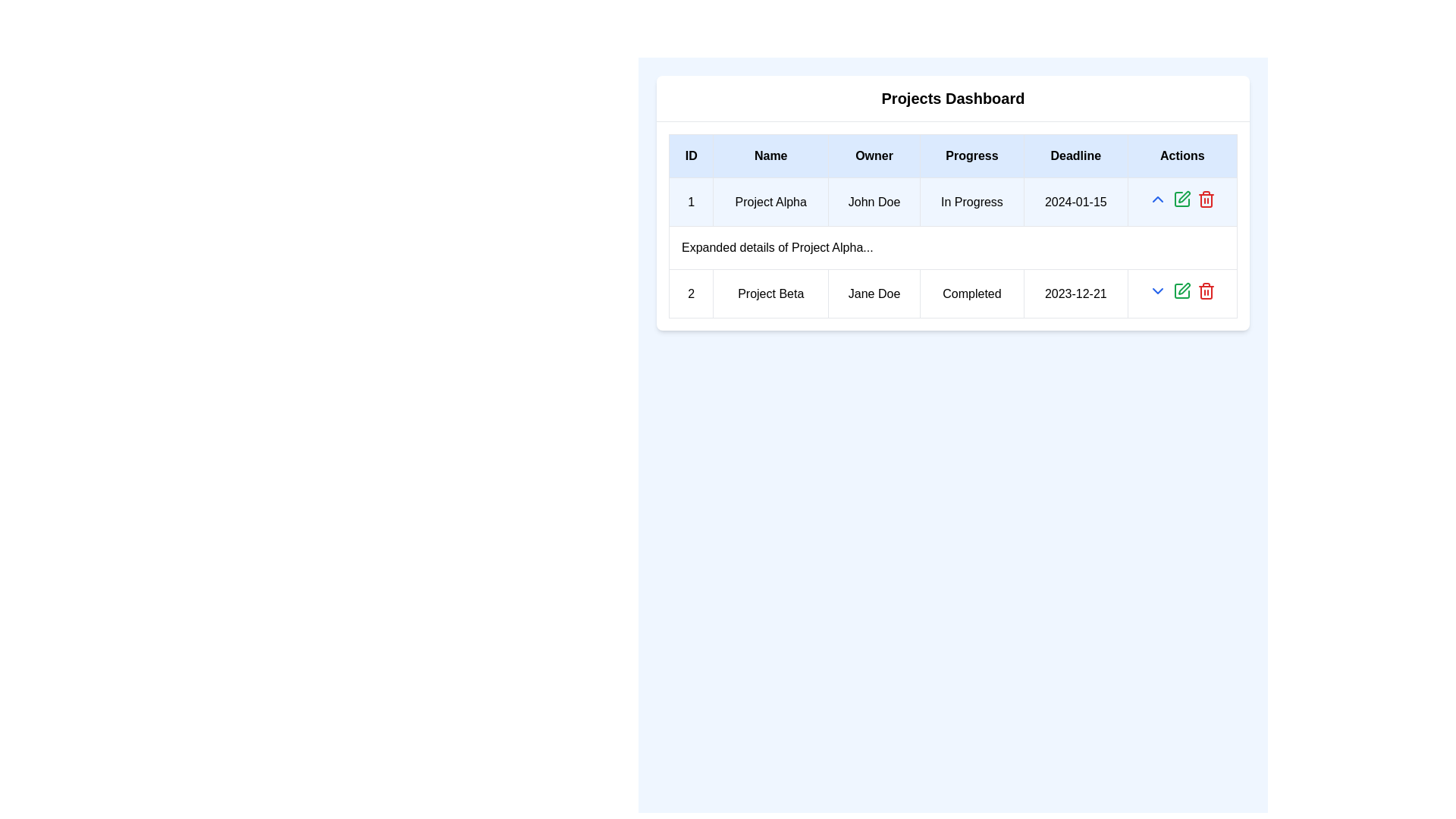 This screenshot has width=1456, height=819. What do you see at coordinates (1206, 198) in the screenshot?
I see `the 'Delete' button located in the 'Actions' column of the second row of the projects table` at bounding box center [1206, 198].